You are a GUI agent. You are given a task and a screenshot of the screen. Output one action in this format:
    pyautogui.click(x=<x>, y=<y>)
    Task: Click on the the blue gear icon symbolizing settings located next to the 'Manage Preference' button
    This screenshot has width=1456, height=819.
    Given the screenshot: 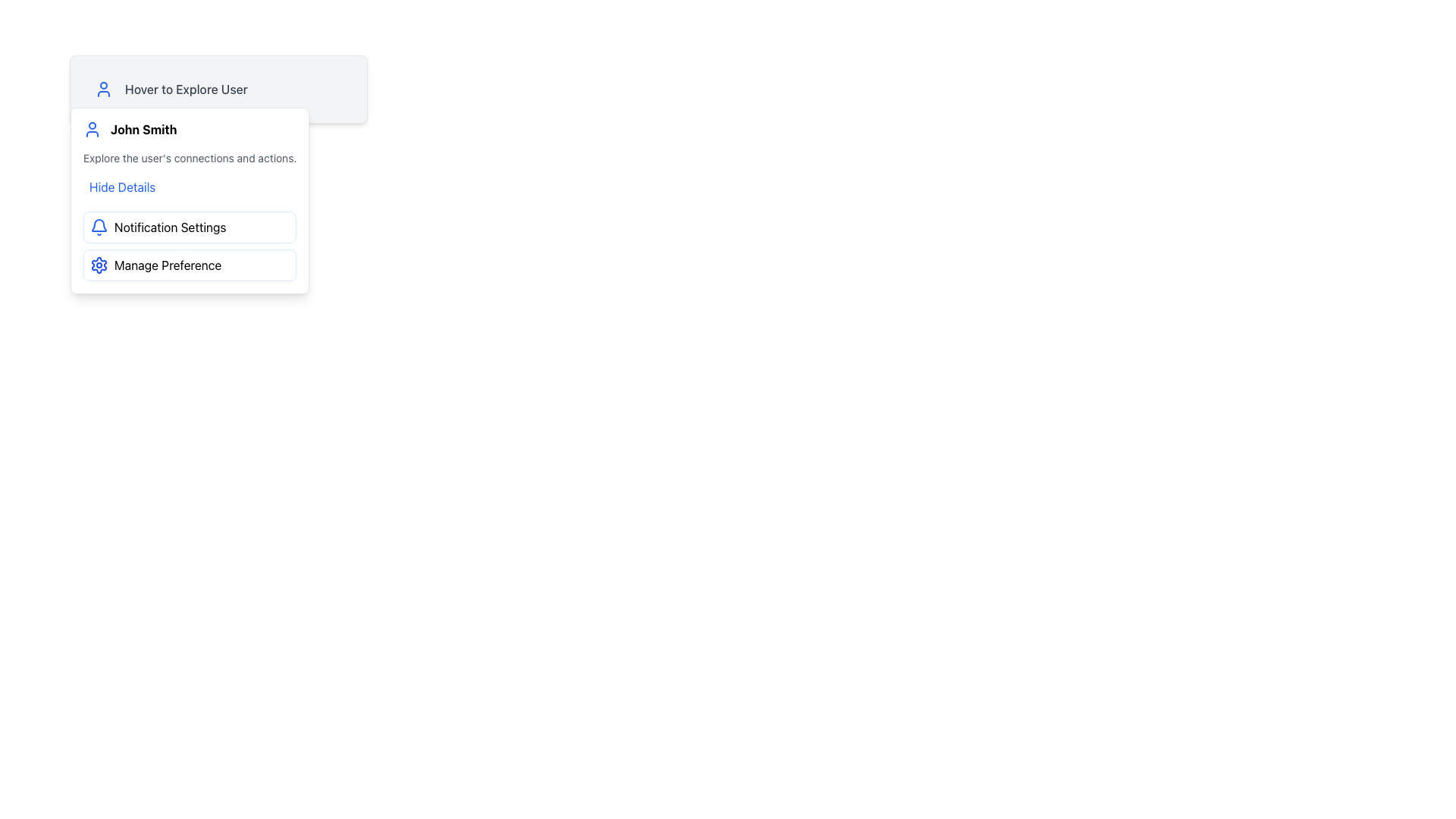 What is the action you would take?
    pyautogui.click(x=98, y=265)
    